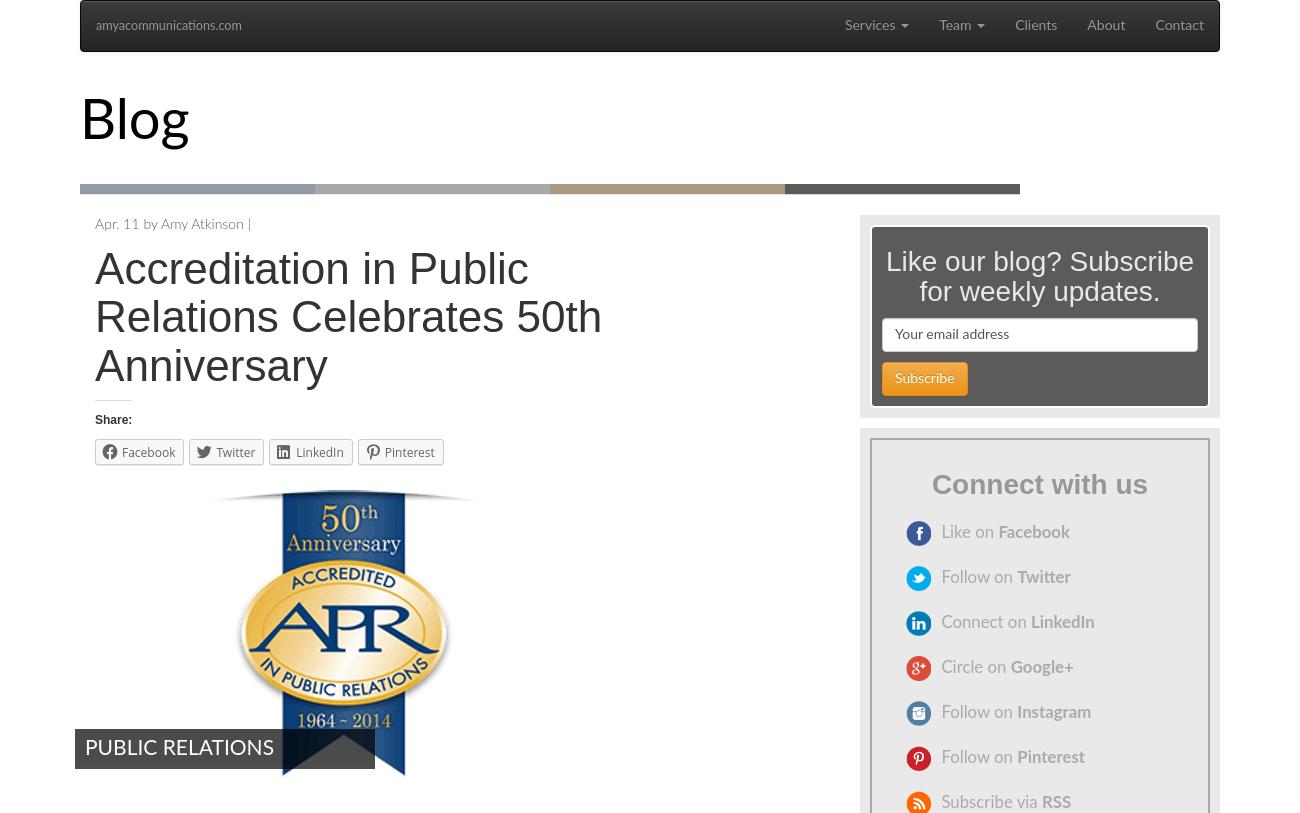 This screenshot has width=1300, height=813. Describe the element at coordinates (1041, 667) in the screenshot. I see `'Google+'` at that location.